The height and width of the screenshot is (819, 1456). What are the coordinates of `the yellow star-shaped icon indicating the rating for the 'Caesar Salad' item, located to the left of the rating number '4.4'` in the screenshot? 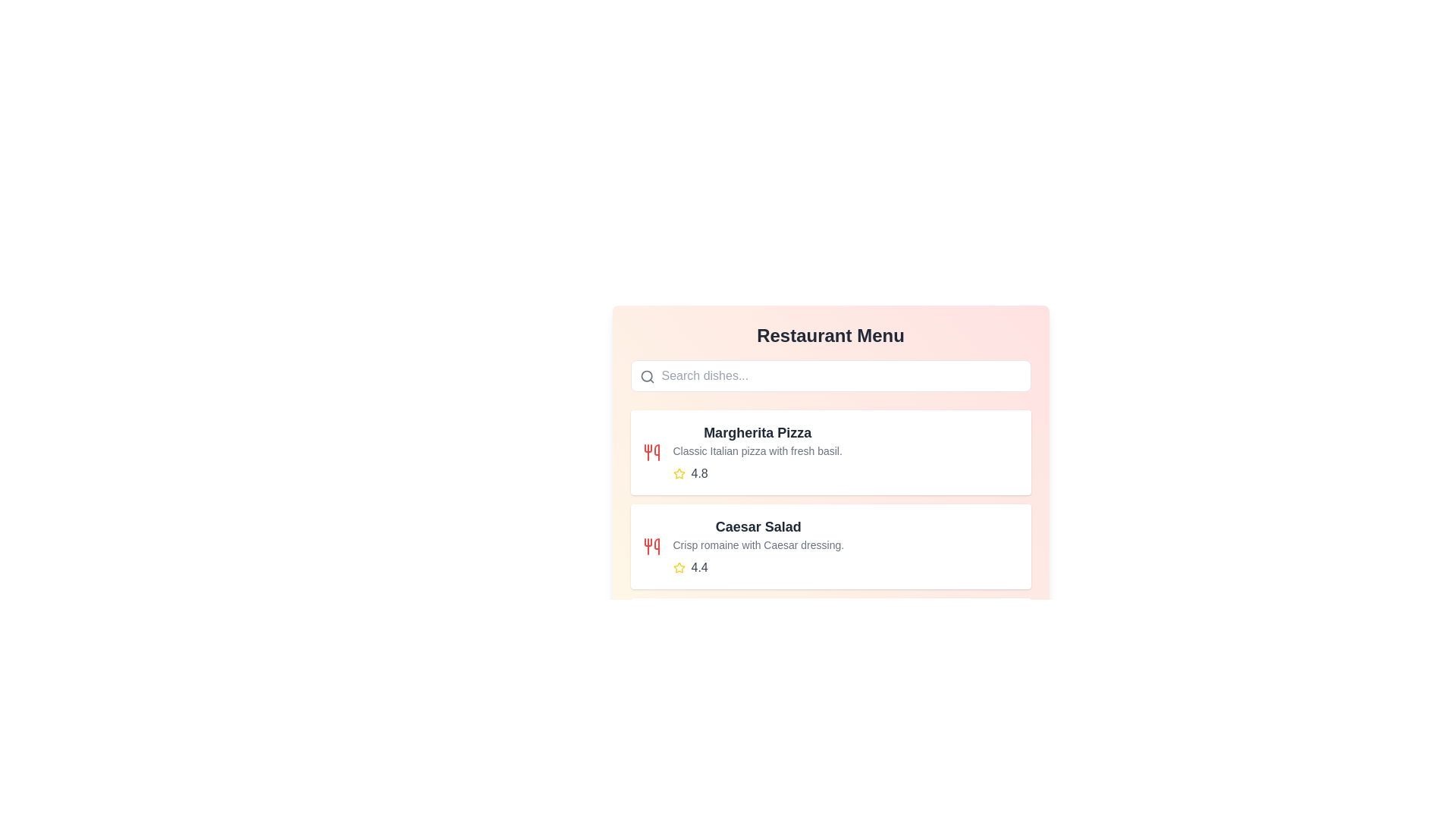 It's located at (678, 567).